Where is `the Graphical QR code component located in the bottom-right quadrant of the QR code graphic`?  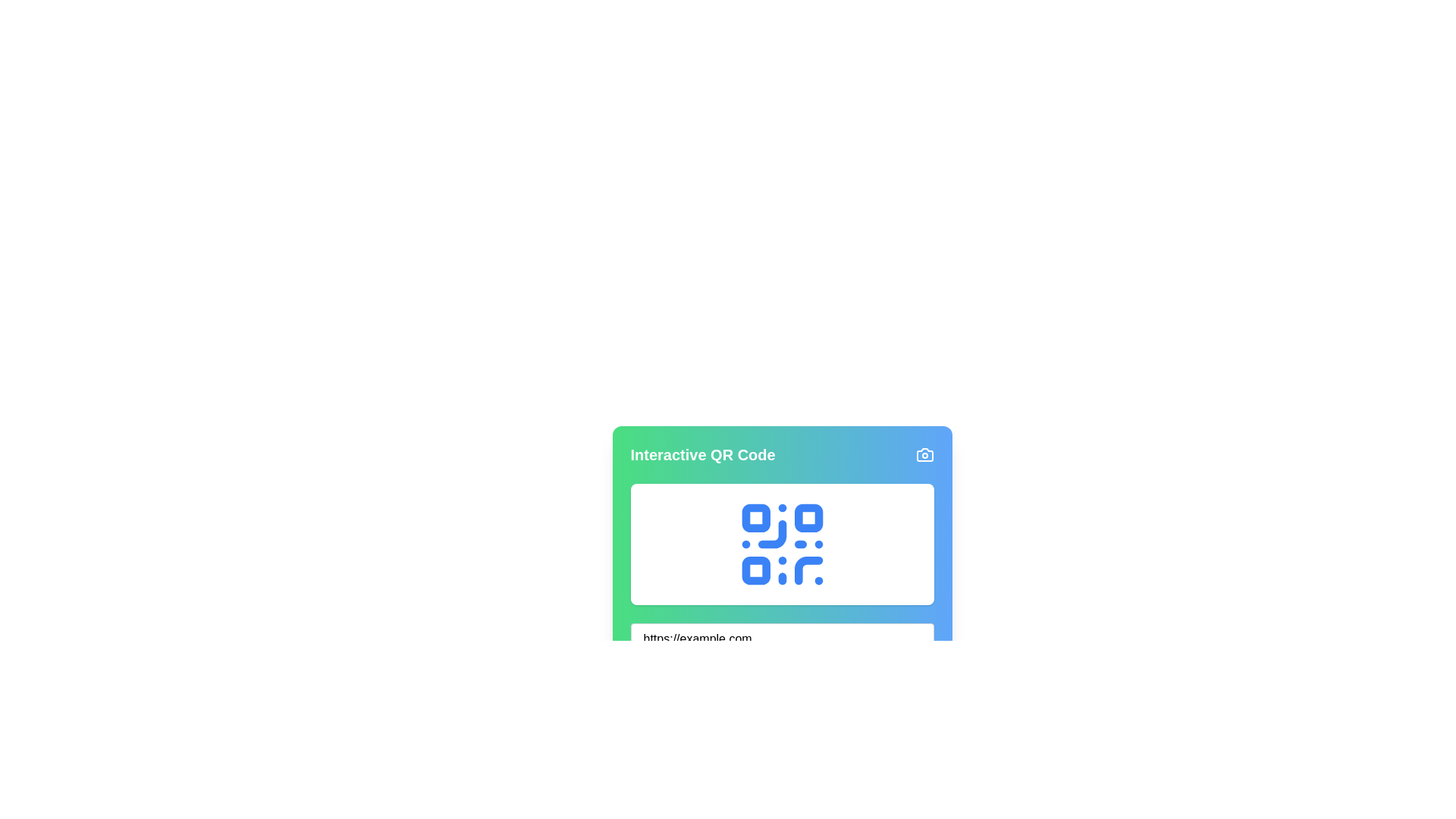
the Graphical QR code component located in the bottom-right quadrant of the QR code graphic is located at coordinates (808, 570).